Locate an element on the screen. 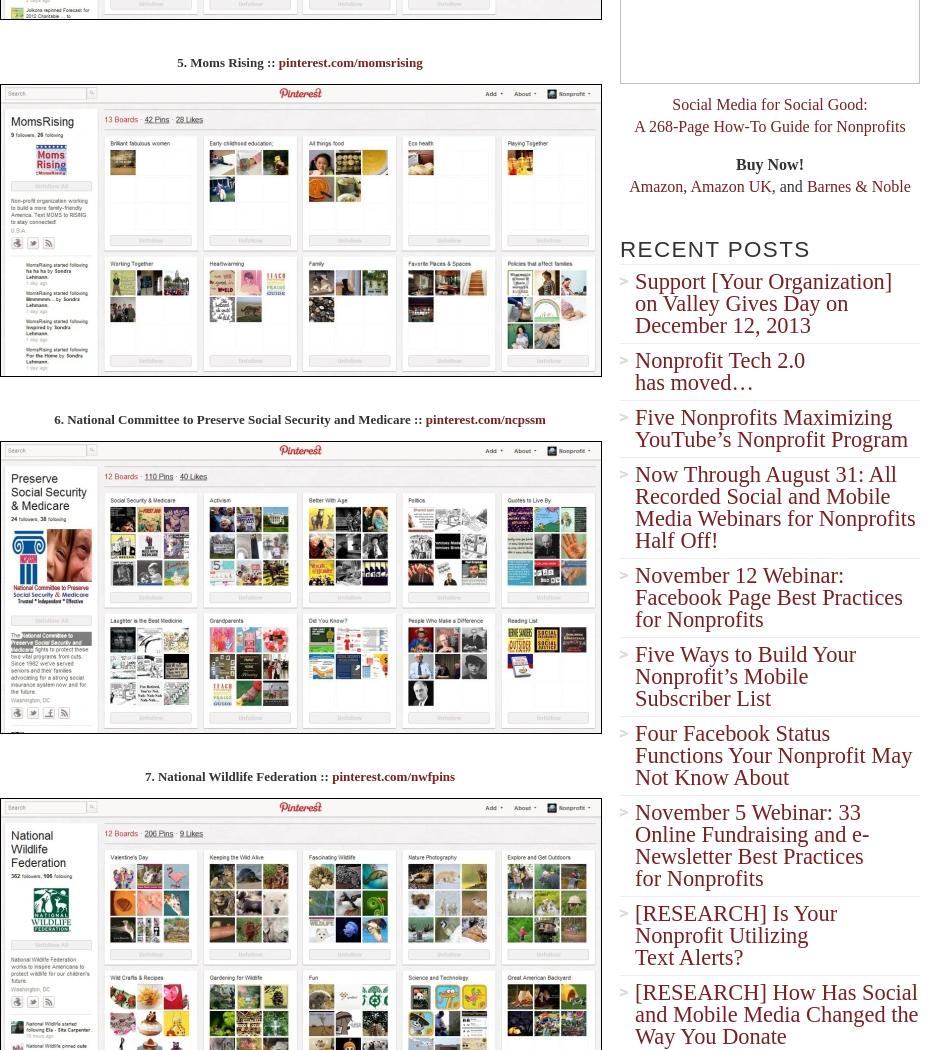 This screenshot has width=930, height=1050. 'Amazon' is located at coordinates (655, 186).